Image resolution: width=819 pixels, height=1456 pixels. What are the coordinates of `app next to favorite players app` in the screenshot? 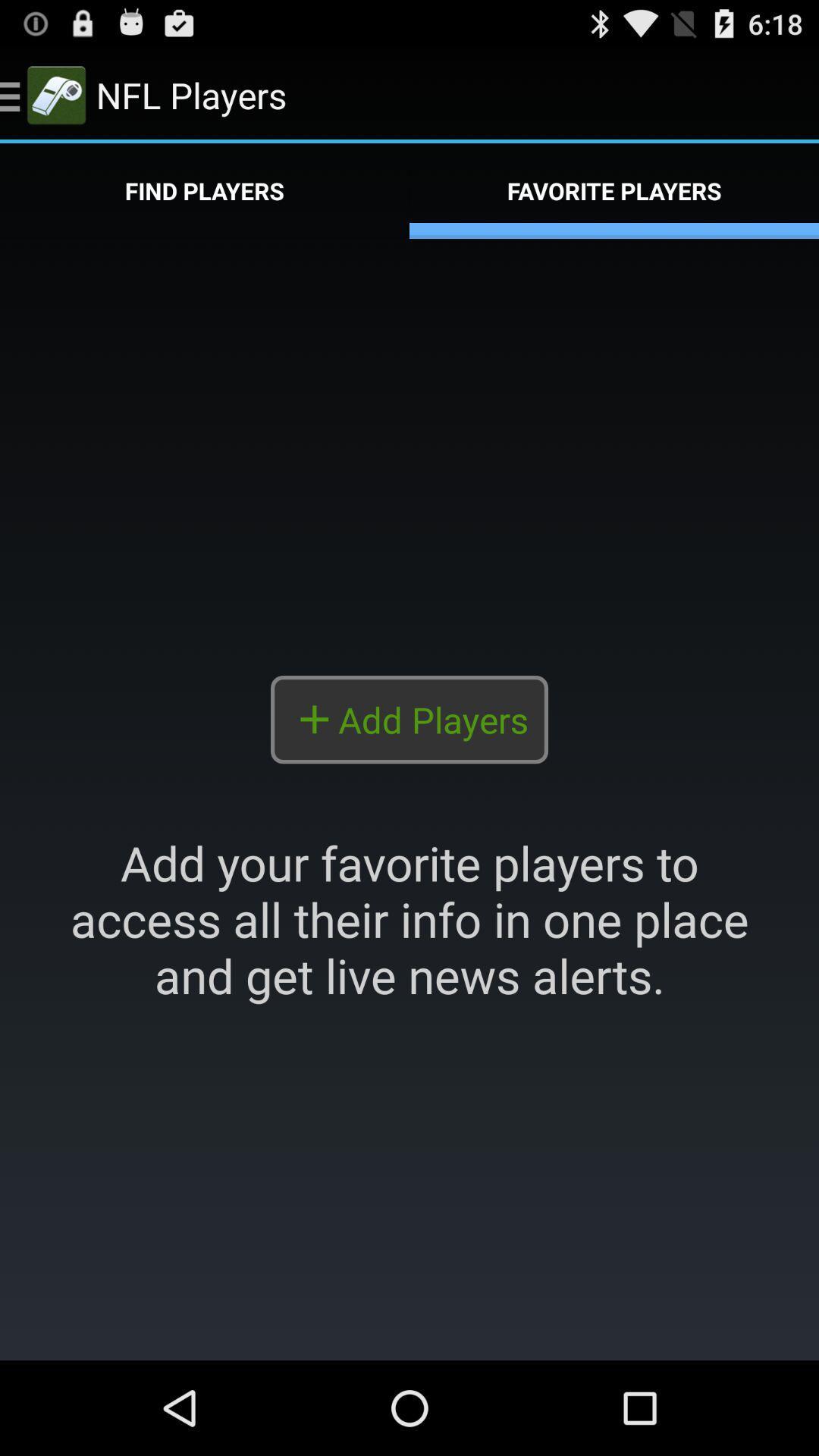 It's located at (205, 190).